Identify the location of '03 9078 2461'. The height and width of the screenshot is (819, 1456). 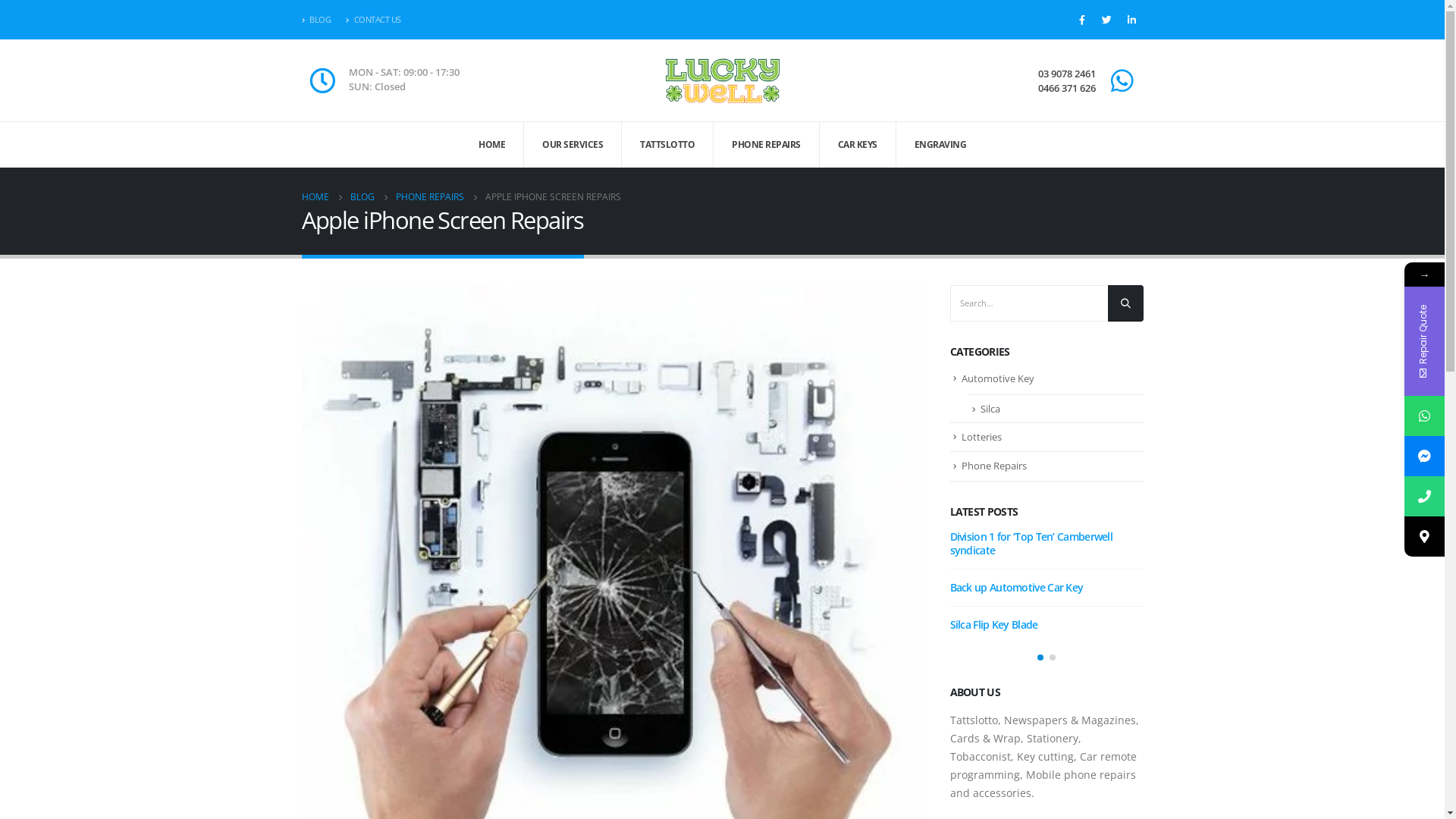
(1037, 74).